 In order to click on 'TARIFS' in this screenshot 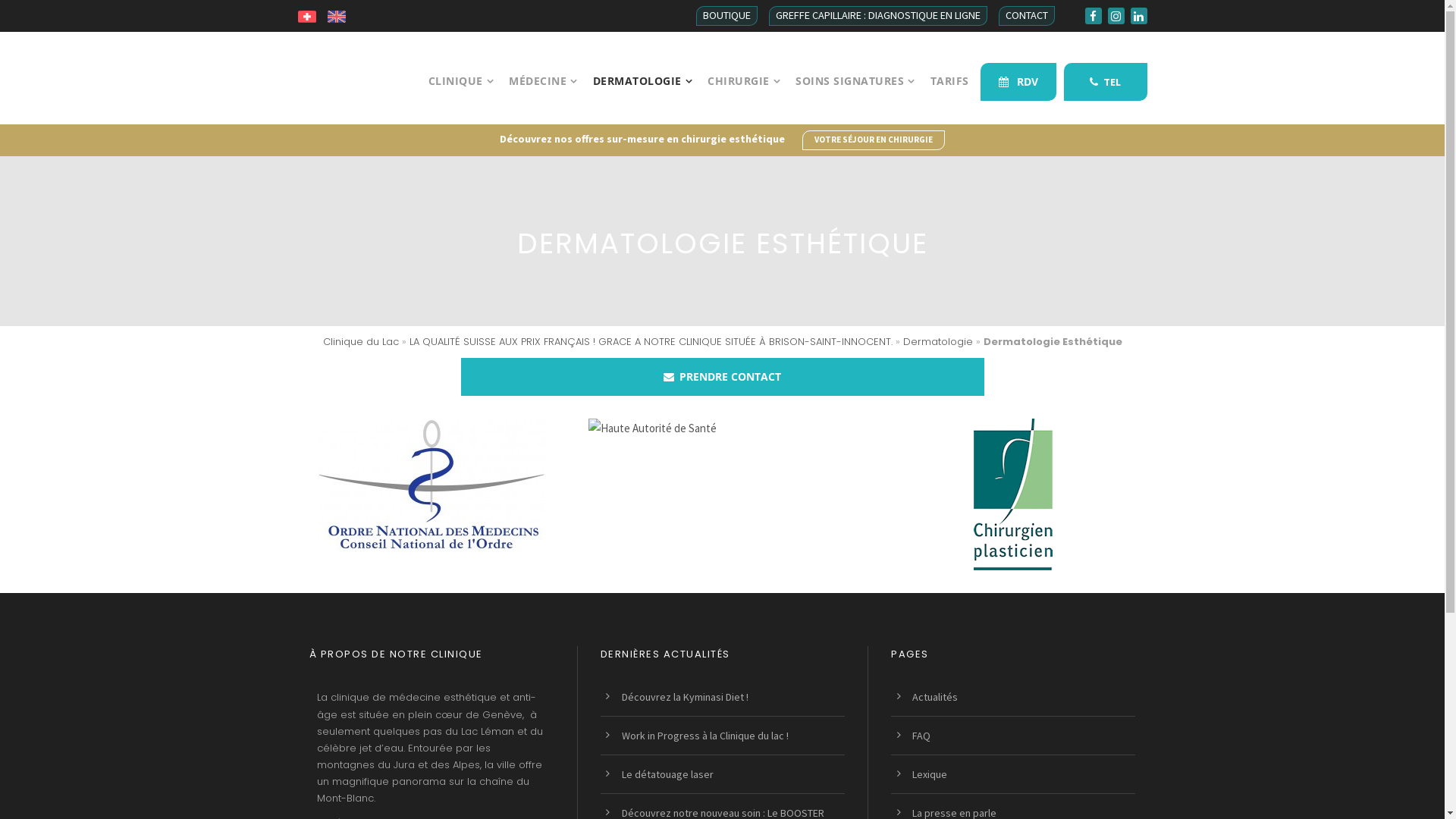, I will do `click(928, 99)`.